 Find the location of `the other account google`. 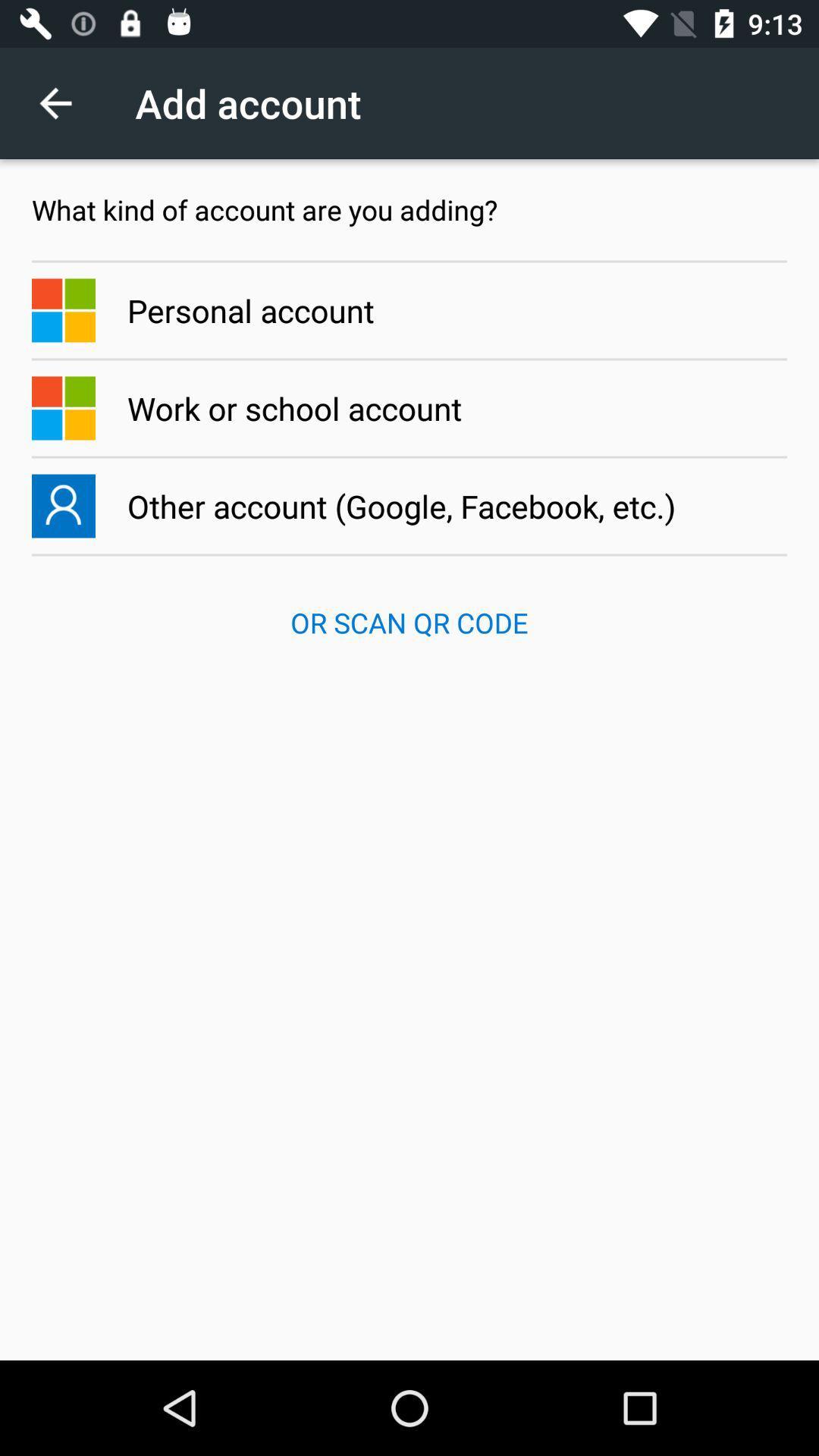

the other account google is located at coordinates (409, 506).